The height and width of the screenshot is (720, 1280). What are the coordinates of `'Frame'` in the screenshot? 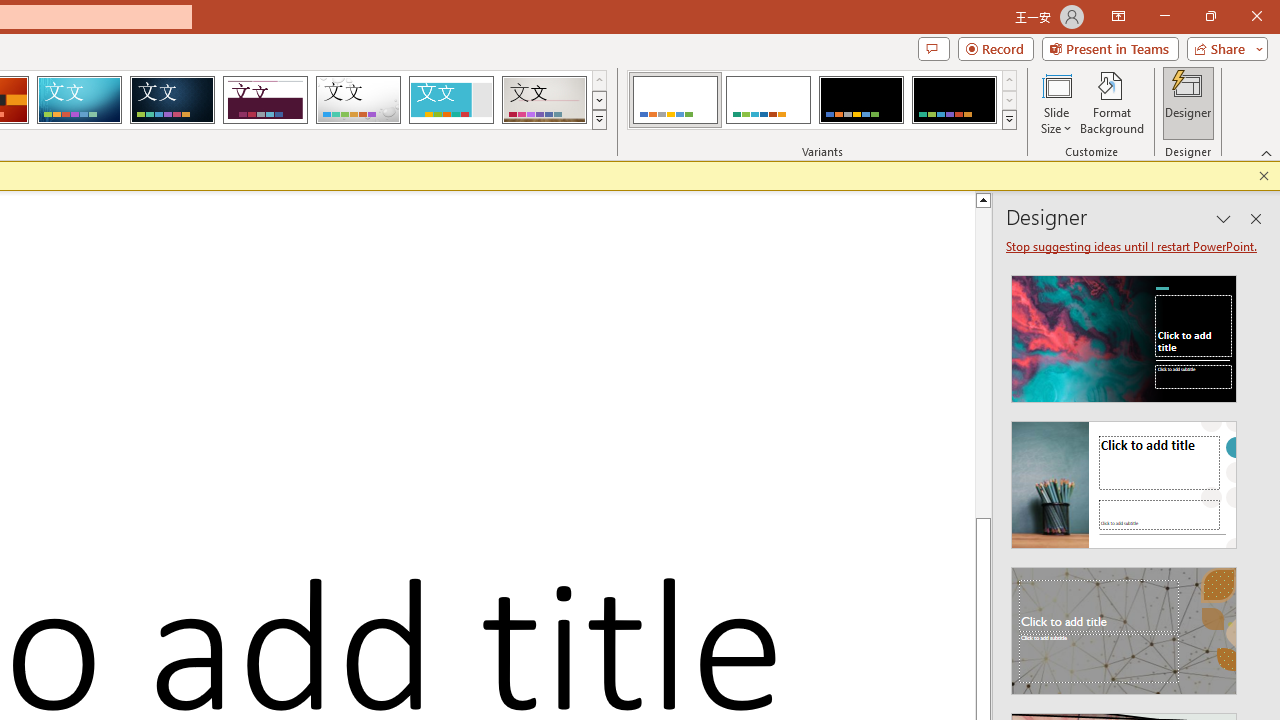 It's located at (450, 100).